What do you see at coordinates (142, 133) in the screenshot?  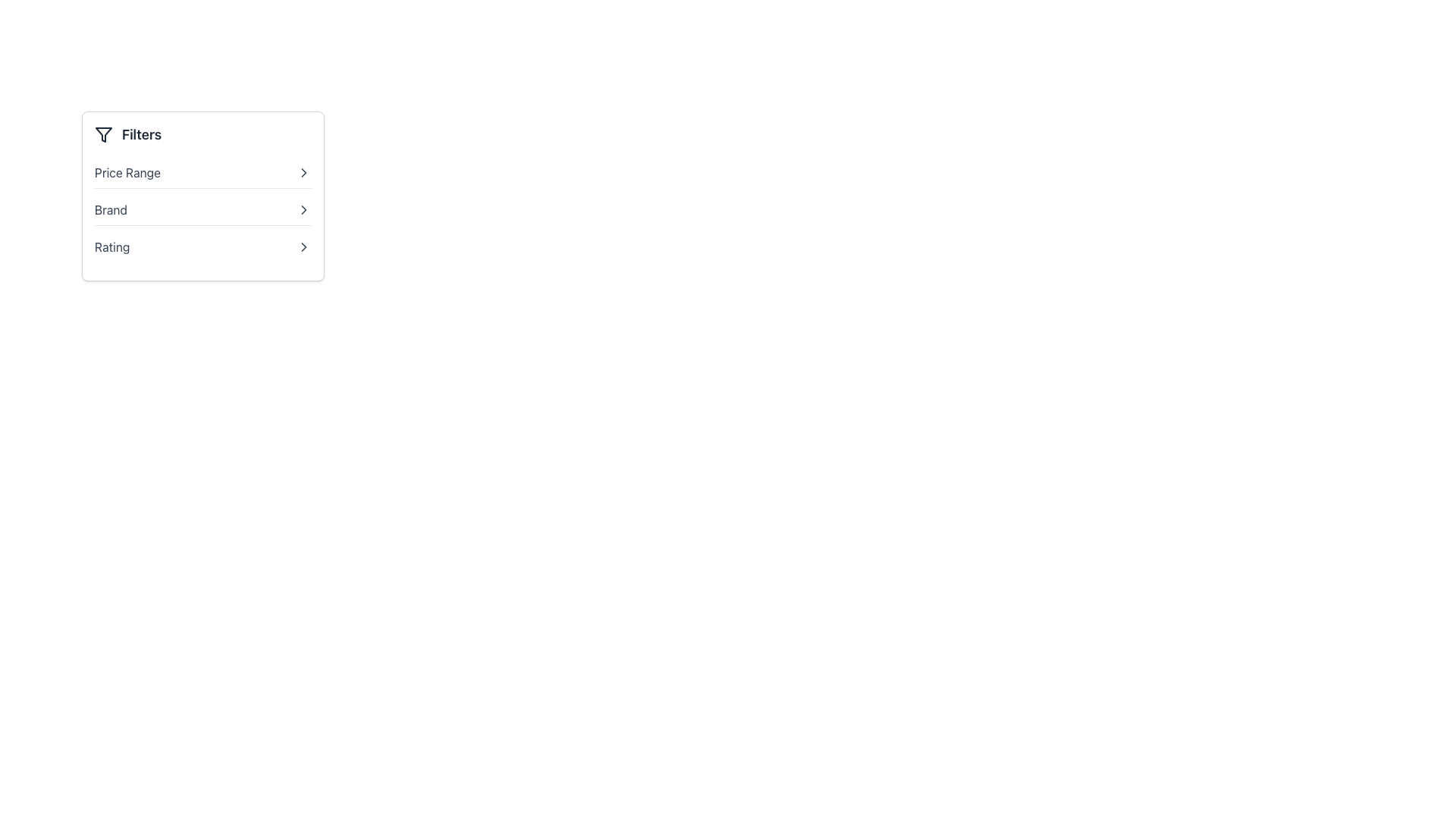 I see `the 'Filters' text label, which indicates the section for filtering items and is located to the right of a funnel icon in the upper left section of the panel` at bounding box center [142, 133].